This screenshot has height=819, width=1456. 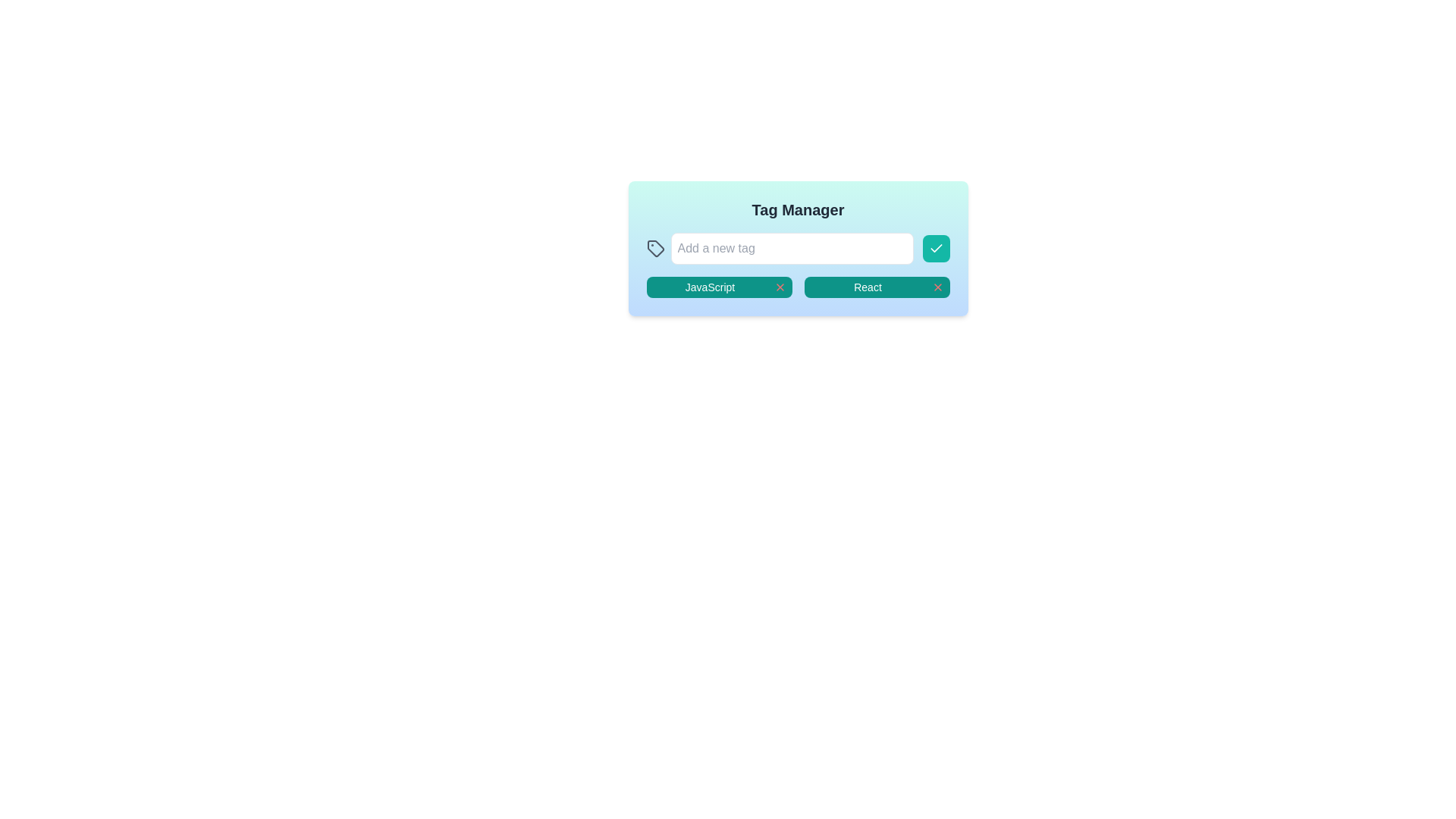 What do you see at coordinates (718, 287) in the screenshot?
I see `the 'JavaScript' tag button, which is the first item in a horizontal list of tags within a grid layout` at bounding box center [718, 287].